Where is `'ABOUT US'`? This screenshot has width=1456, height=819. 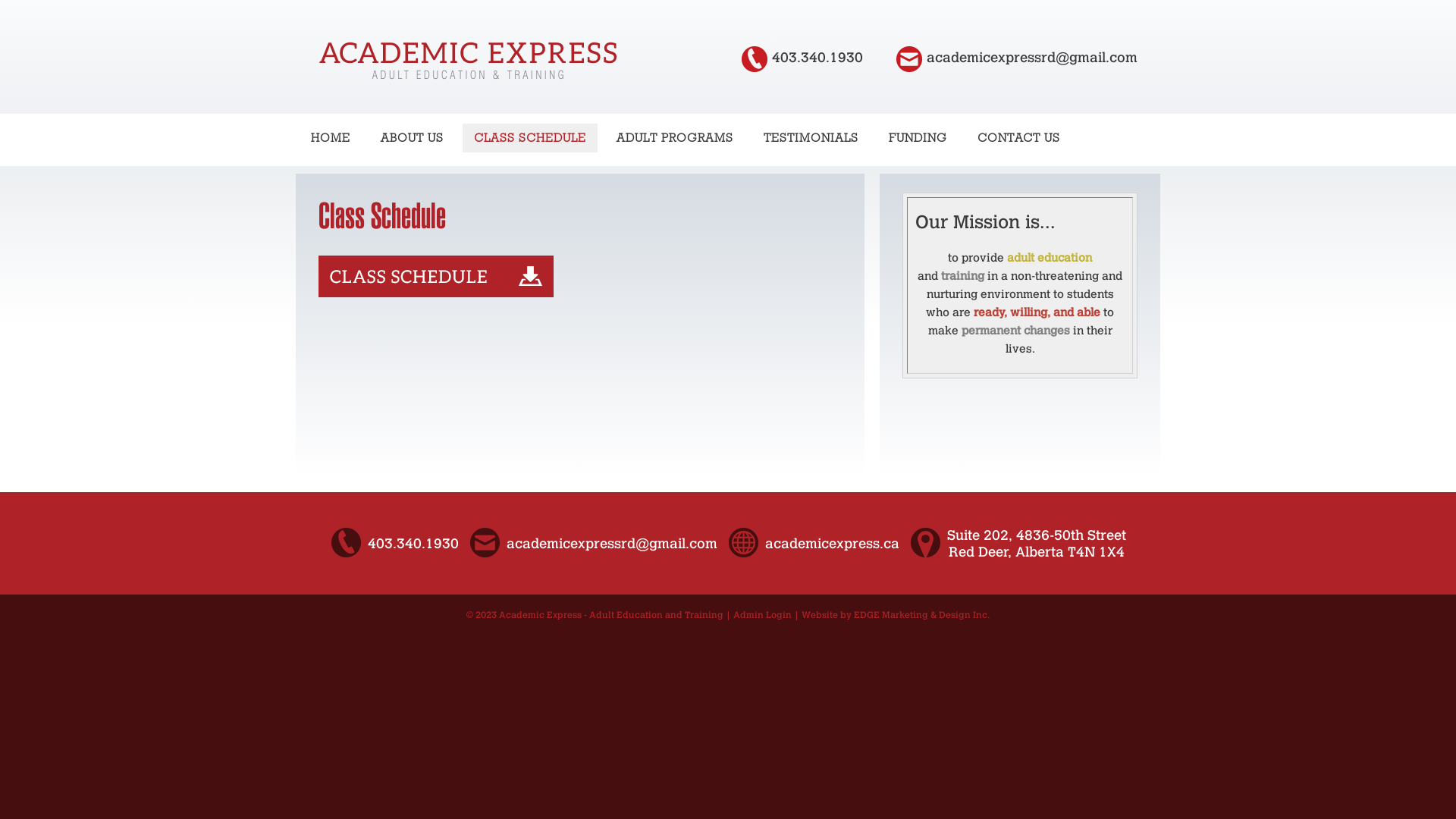 'ABOUT US' is located at coordinates (412, 137).